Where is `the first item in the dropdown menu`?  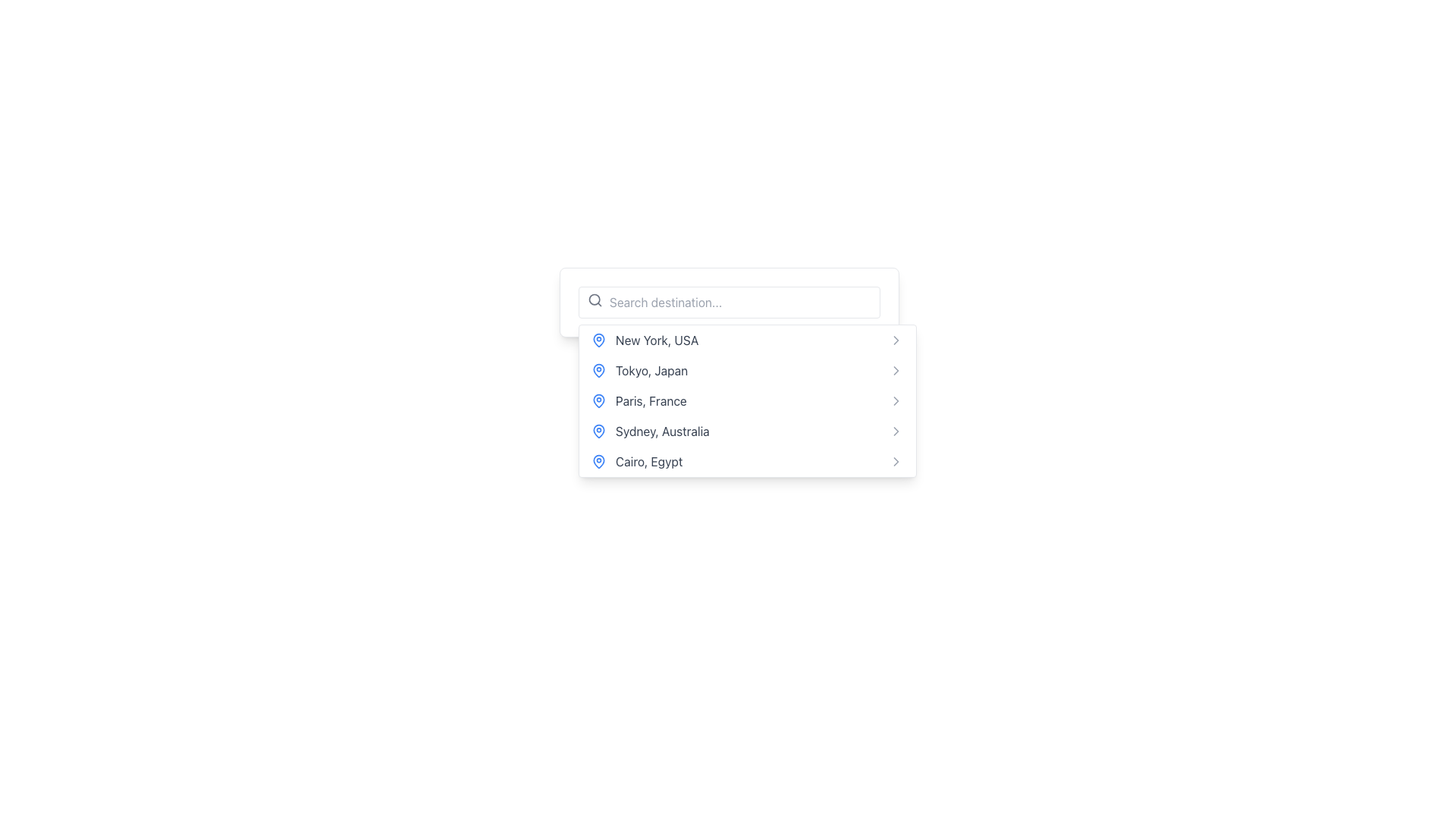
the first item in the dropdown menu is located at coordinates (747, 339).